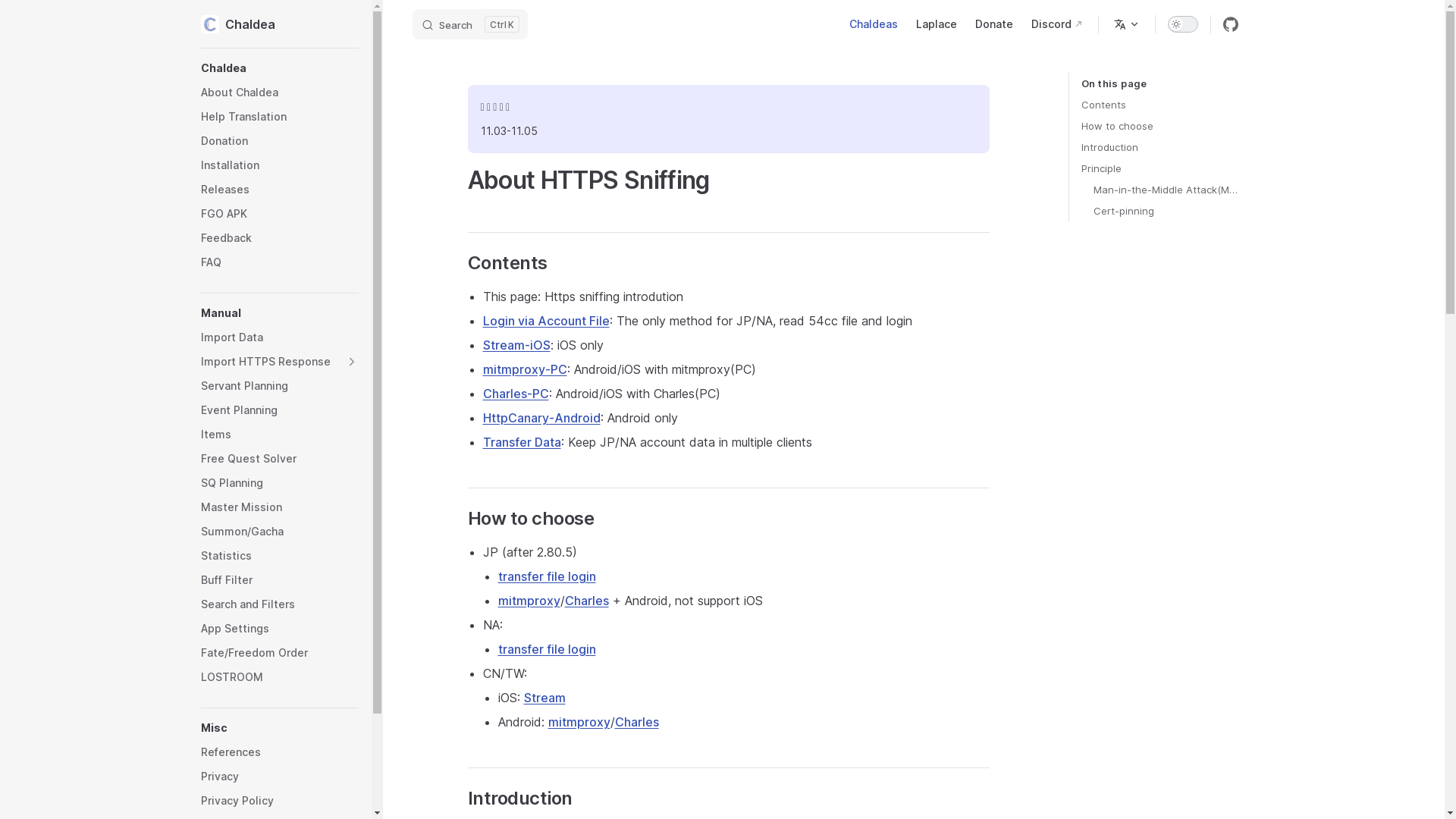 The width and height of the screenshot is (1456, 819). What do you see at coordinates (524, 369) in the screenshot?
I see `'mitmproxy-PC'` at bounding box center [524, 369].